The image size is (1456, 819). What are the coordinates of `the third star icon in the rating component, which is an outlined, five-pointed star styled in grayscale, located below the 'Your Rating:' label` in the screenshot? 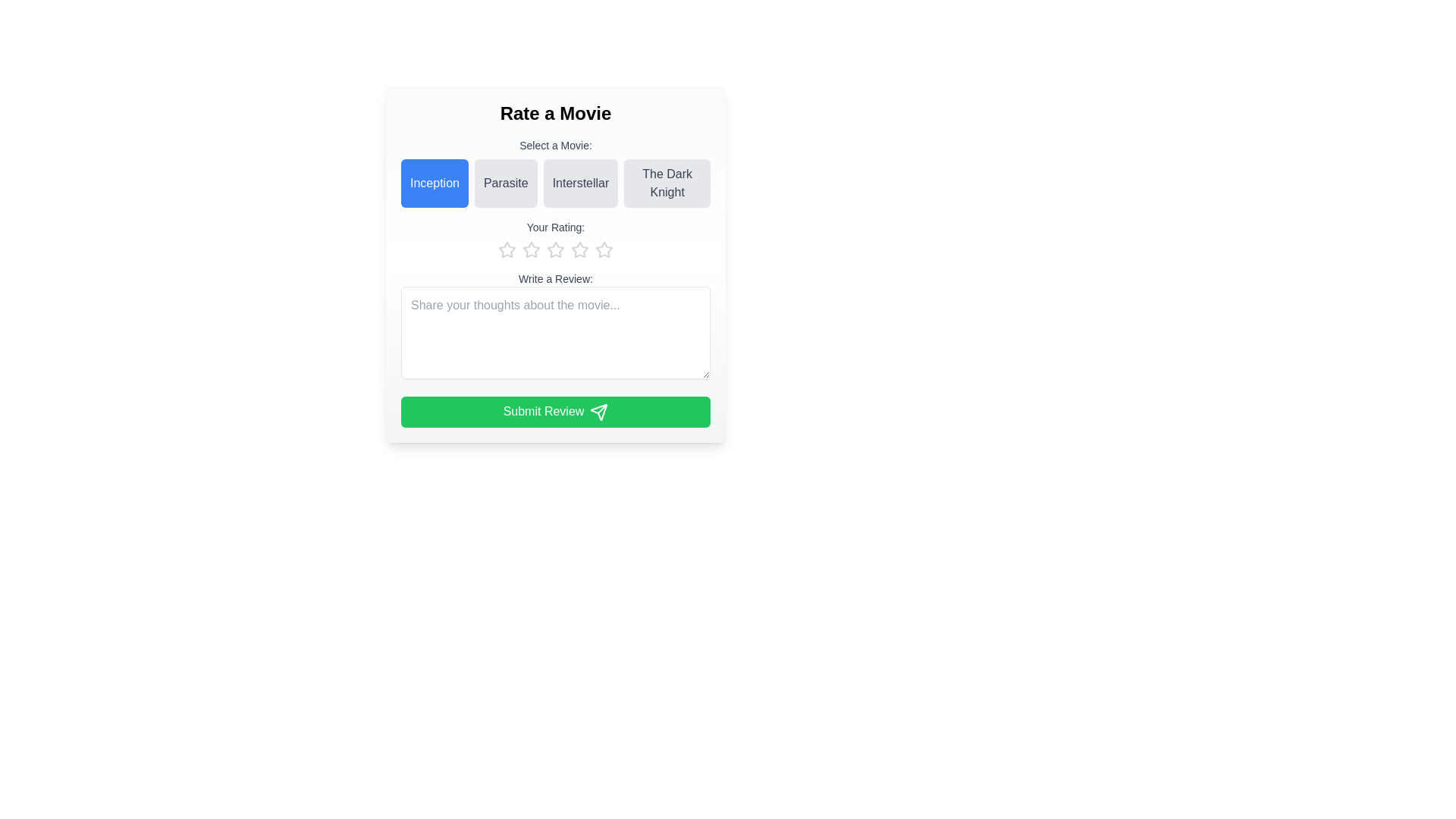 It's located at (555, 249).